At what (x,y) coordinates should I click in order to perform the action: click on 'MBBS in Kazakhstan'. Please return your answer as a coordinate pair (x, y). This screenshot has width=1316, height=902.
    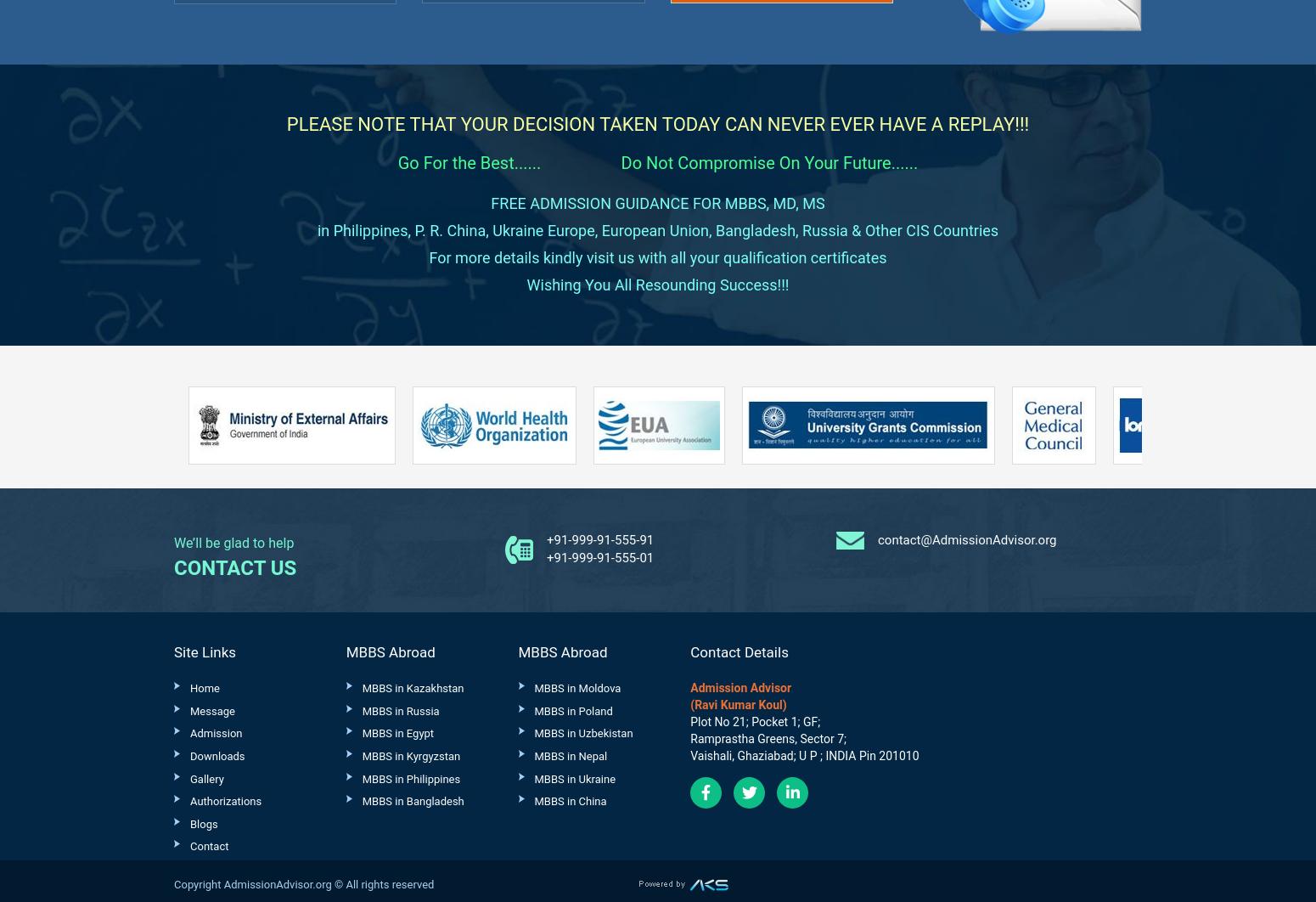
    Looking at the image, I should click on (411, 687).